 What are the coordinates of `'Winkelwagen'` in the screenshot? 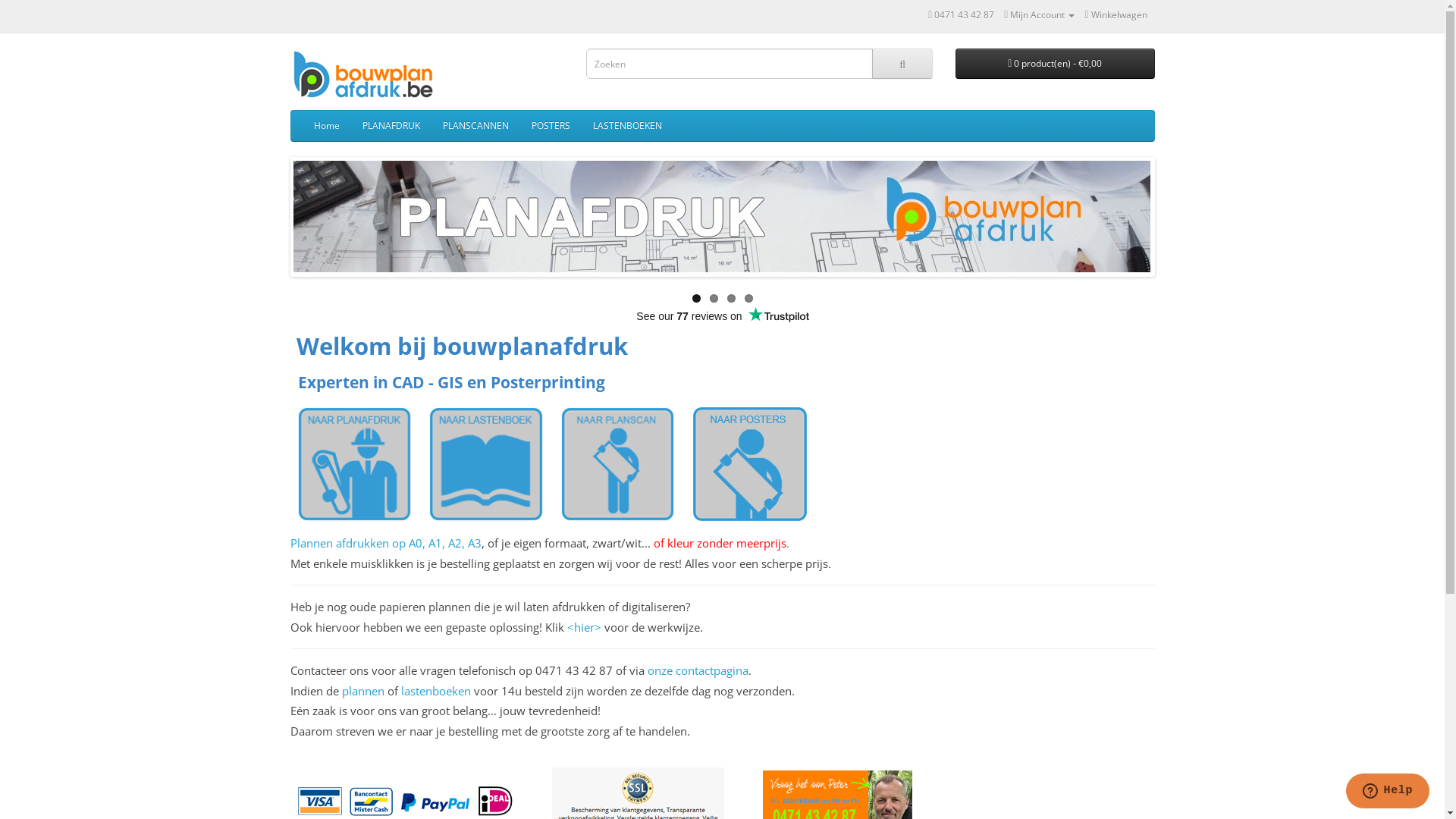 It's located at (1115, 14).